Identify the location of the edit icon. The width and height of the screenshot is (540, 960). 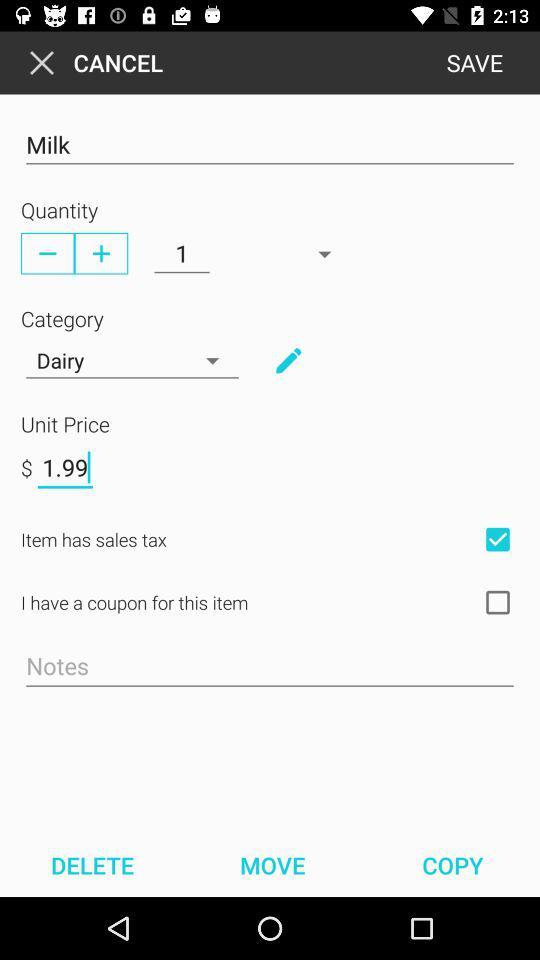
(287, 360).